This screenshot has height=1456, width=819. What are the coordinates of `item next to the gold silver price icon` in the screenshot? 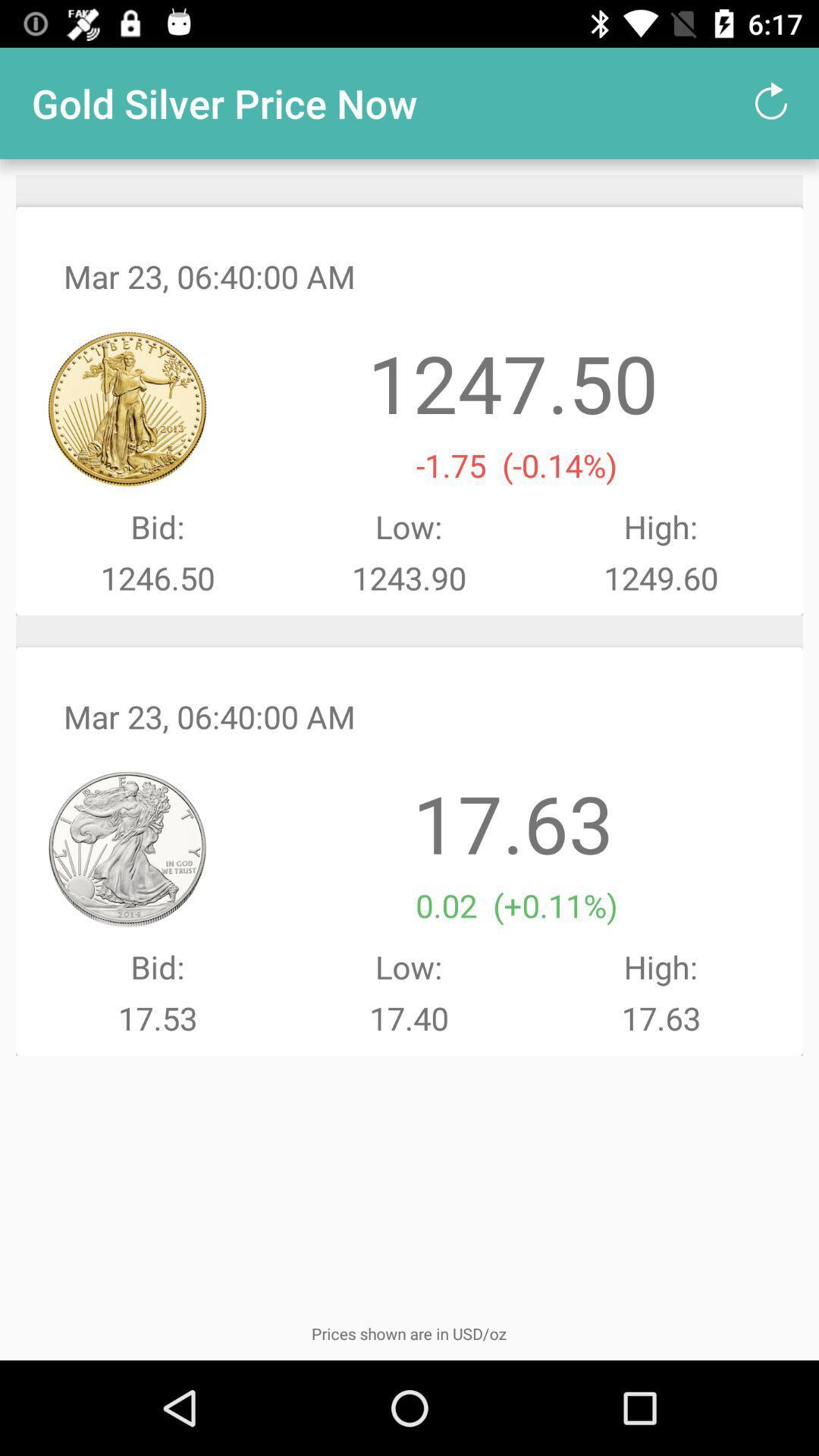 It's located at (771, 102).